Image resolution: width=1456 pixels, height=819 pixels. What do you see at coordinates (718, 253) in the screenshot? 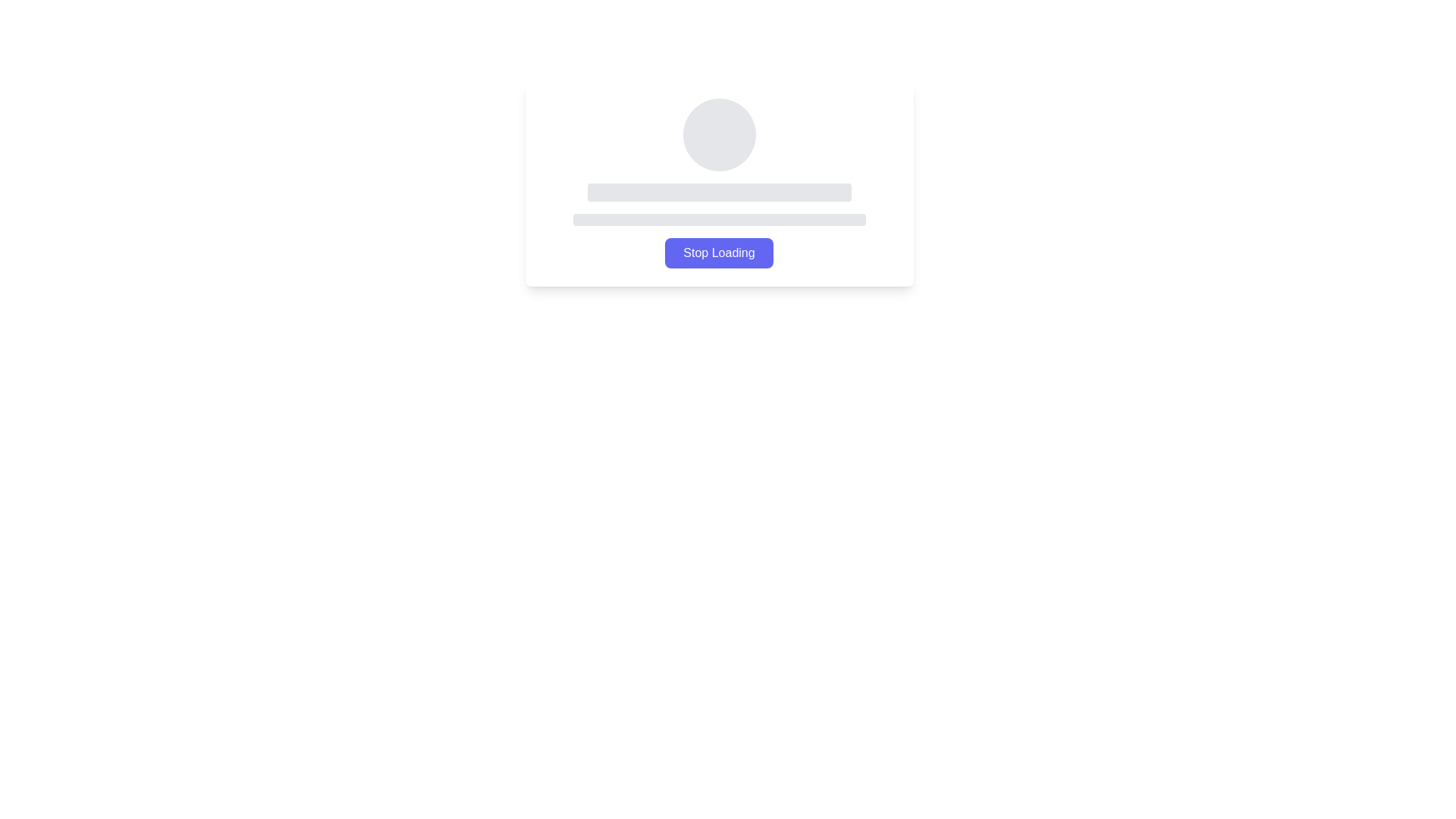
I see `the 'Stop Loading' button, which is a rectangular button with soft rounded corners and vibrant indigo blue color` at bounding box center [718, 253].